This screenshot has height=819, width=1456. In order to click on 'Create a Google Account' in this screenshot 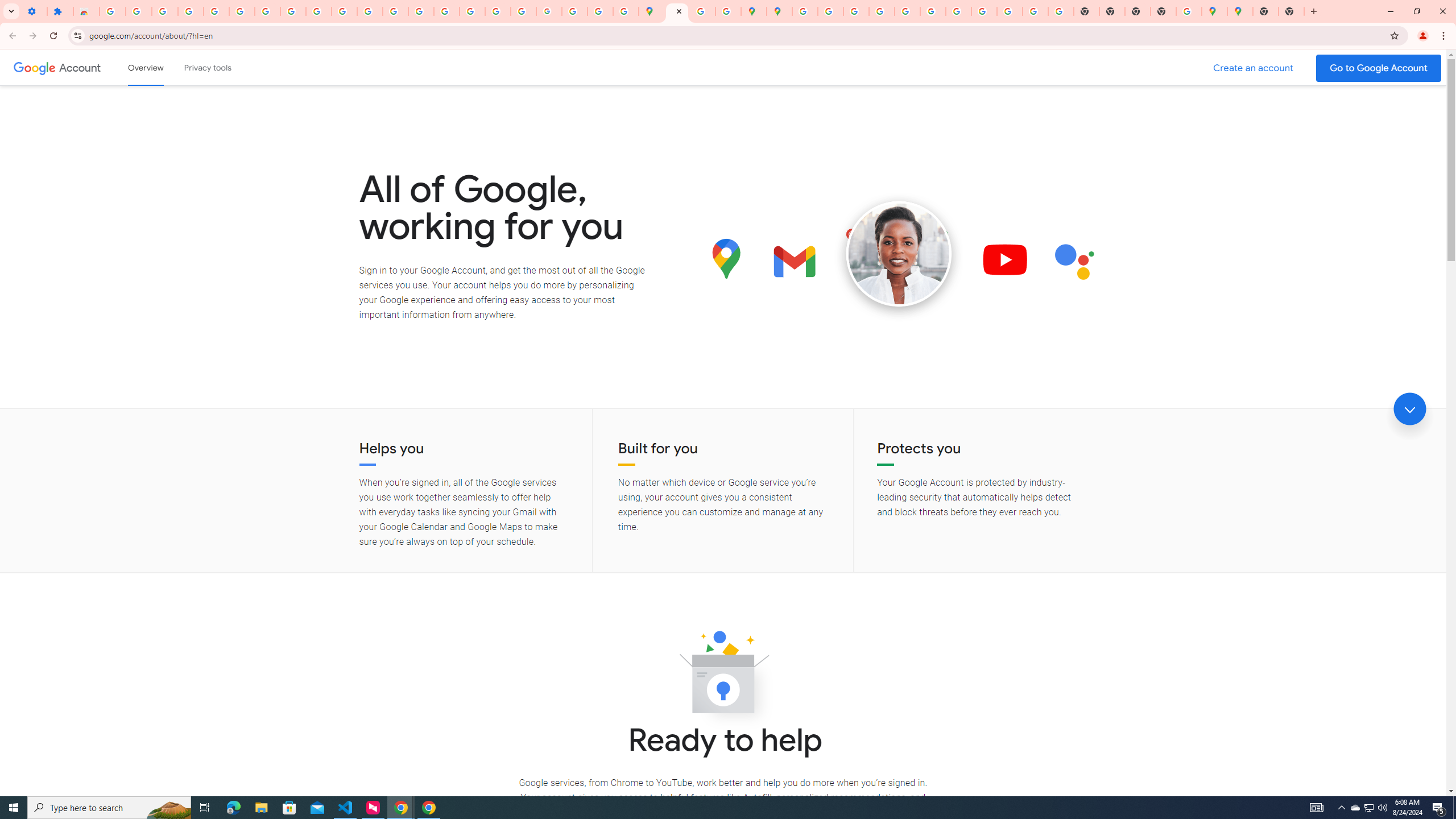, I will do `click(1254, 68)`.